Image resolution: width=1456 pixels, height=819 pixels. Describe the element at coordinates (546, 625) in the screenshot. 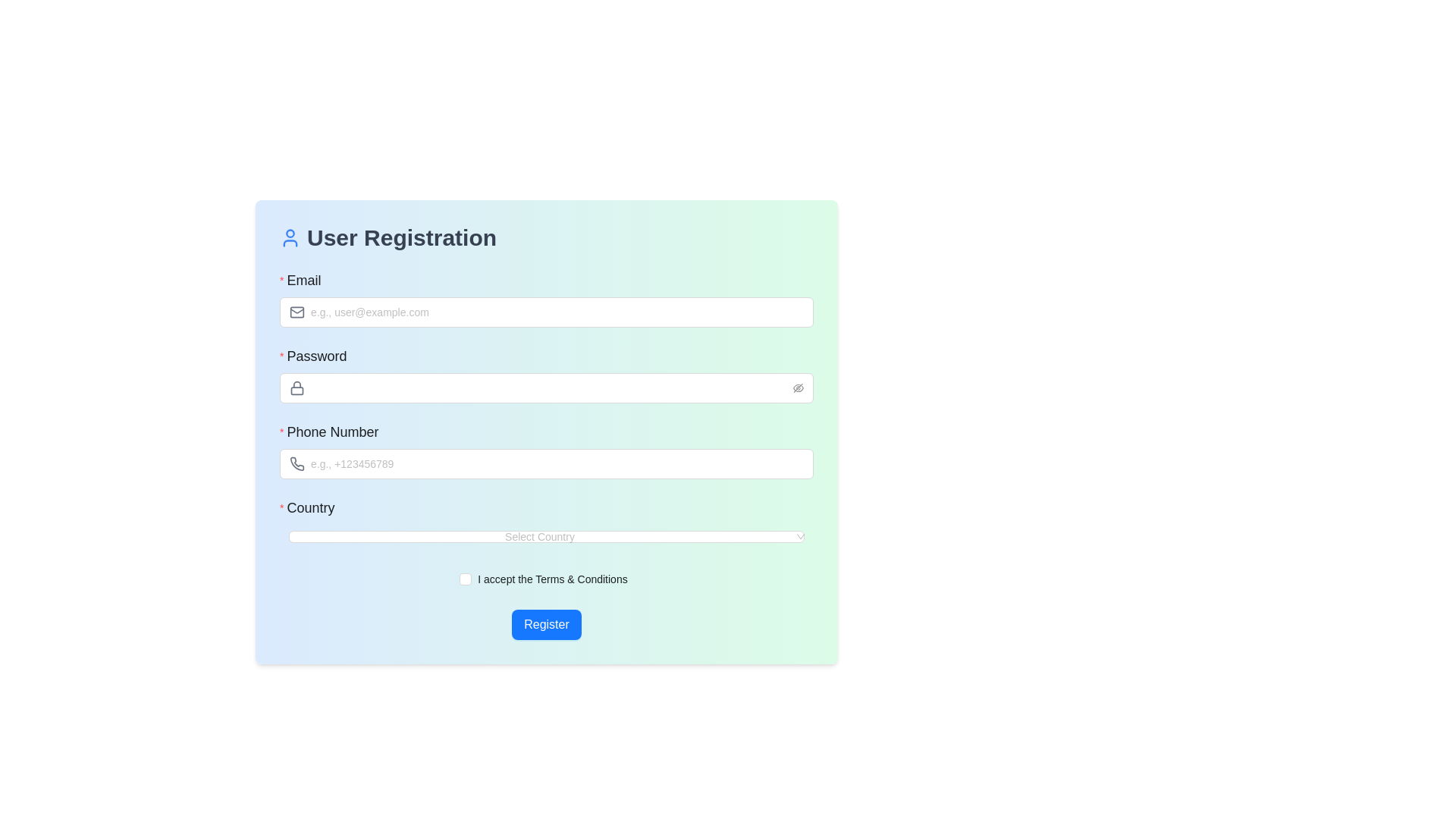

I see `label text of the button labeled 'Register' located at the bottom center of the user registration form` at that location.